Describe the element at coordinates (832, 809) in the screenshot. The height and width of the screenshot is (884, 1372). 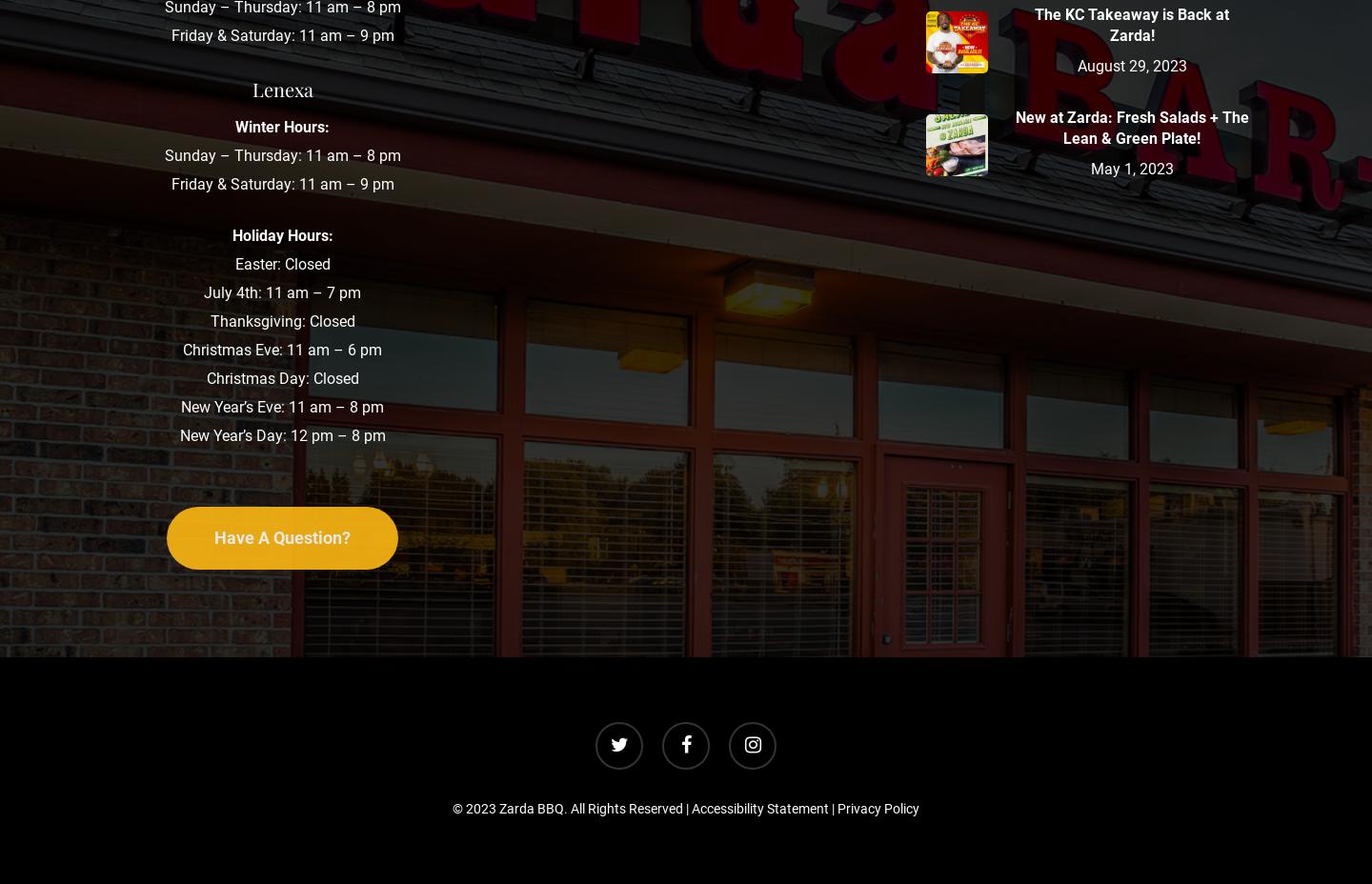
I see `'|'` at that location.